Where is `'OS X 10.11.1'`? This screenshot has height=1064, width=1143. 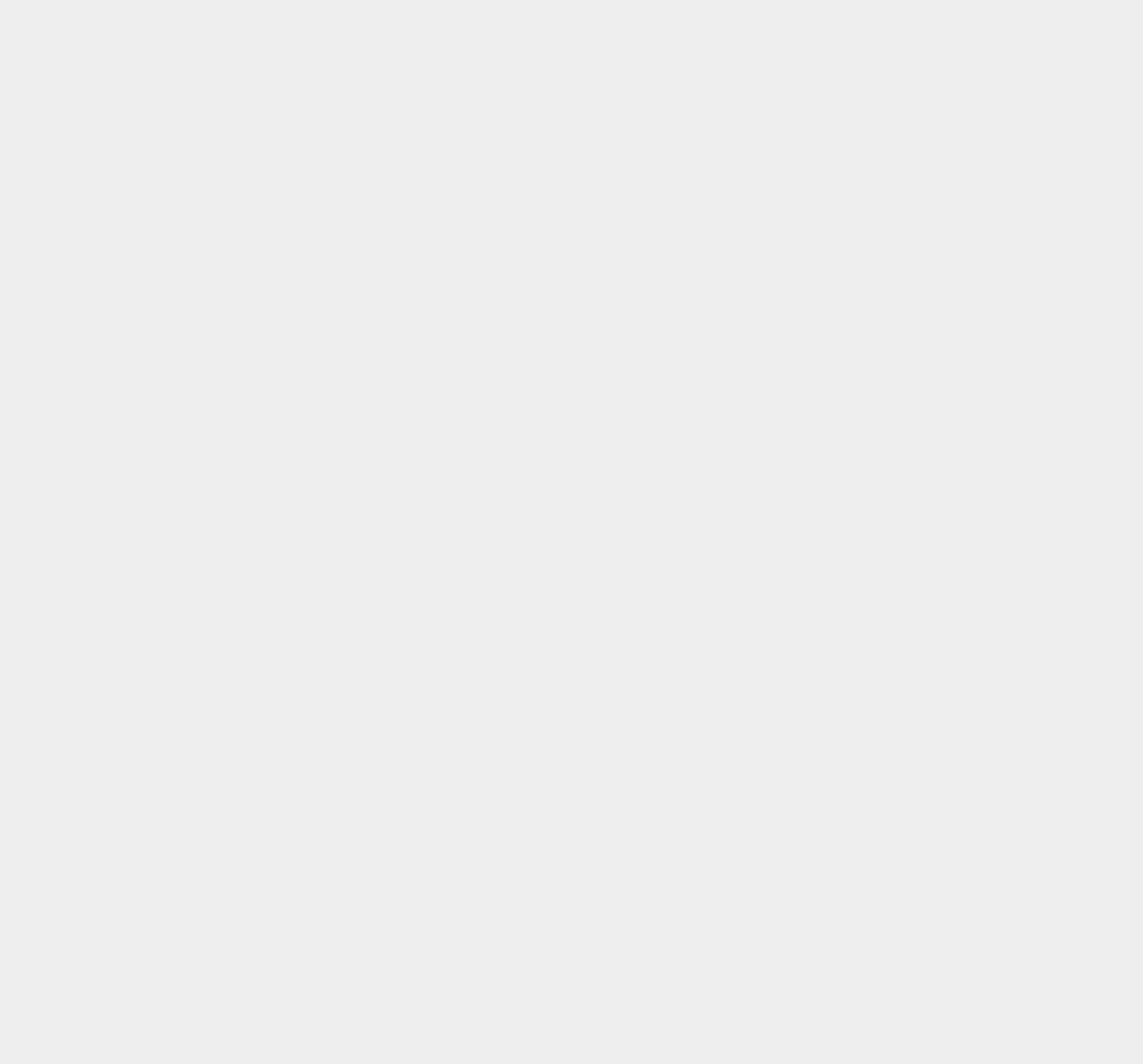 'OS X 10.11.1' is located at coordinates (847, 487).